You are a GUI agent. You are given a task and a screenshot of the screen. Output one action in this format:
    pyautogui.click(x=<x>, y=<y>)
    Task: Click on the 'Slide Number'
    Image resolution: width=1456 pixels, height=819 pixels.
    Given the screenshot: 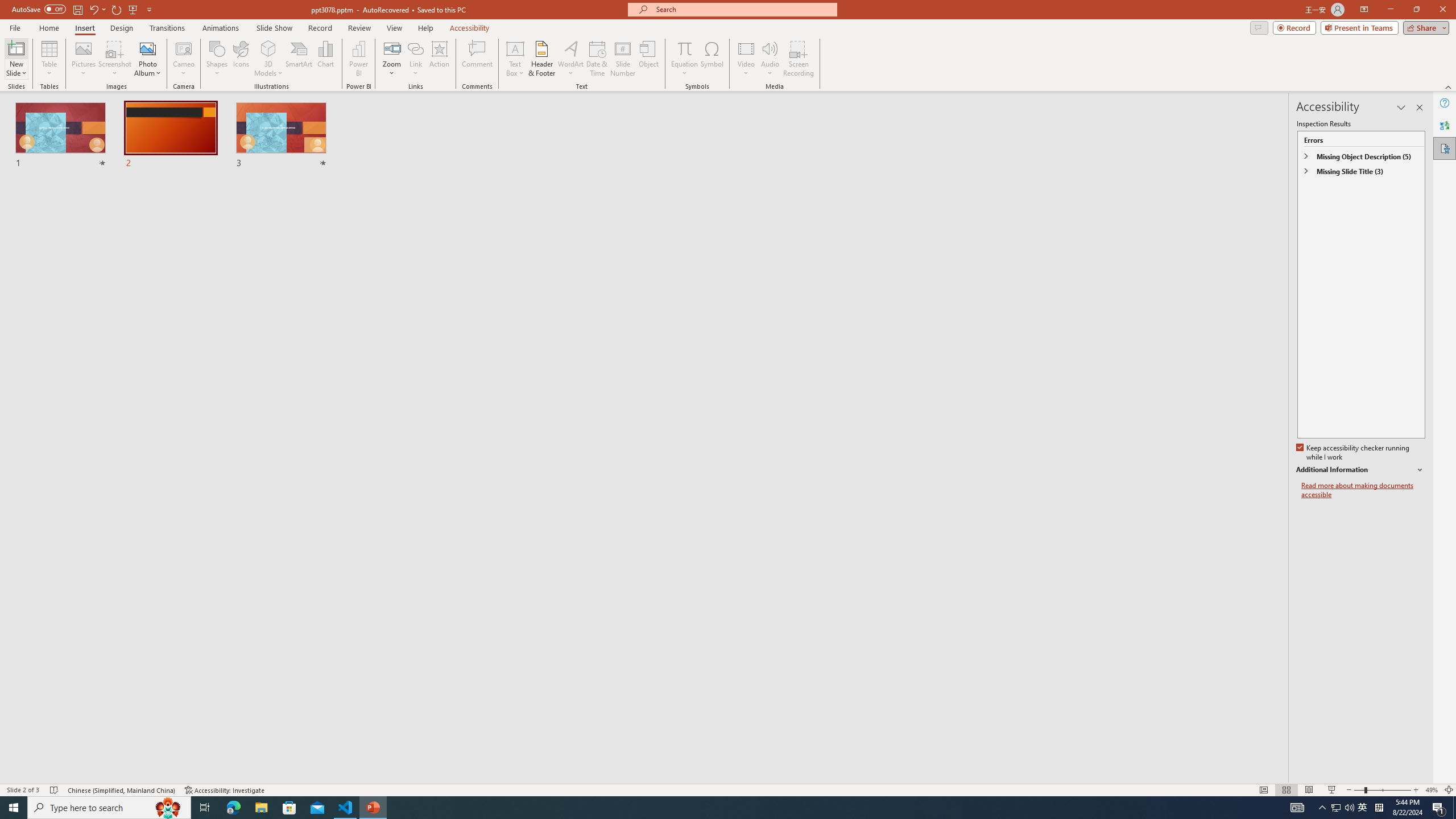 What is the action you would take?
    pyautogui.click(x=622, y=59)
    